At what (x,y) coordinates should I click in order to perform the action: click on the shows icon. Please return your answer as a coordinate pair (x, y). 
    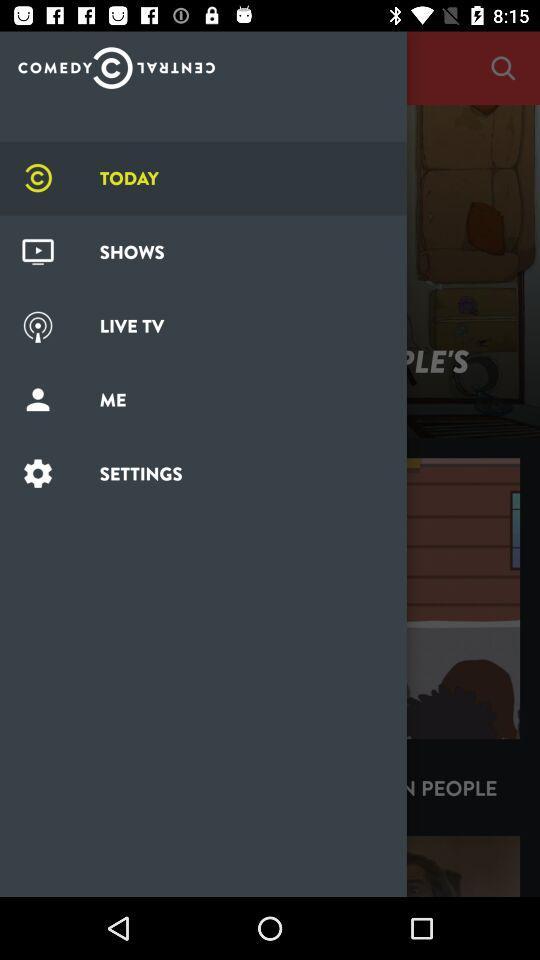
    Looking at the image, I should click on (38, 251).